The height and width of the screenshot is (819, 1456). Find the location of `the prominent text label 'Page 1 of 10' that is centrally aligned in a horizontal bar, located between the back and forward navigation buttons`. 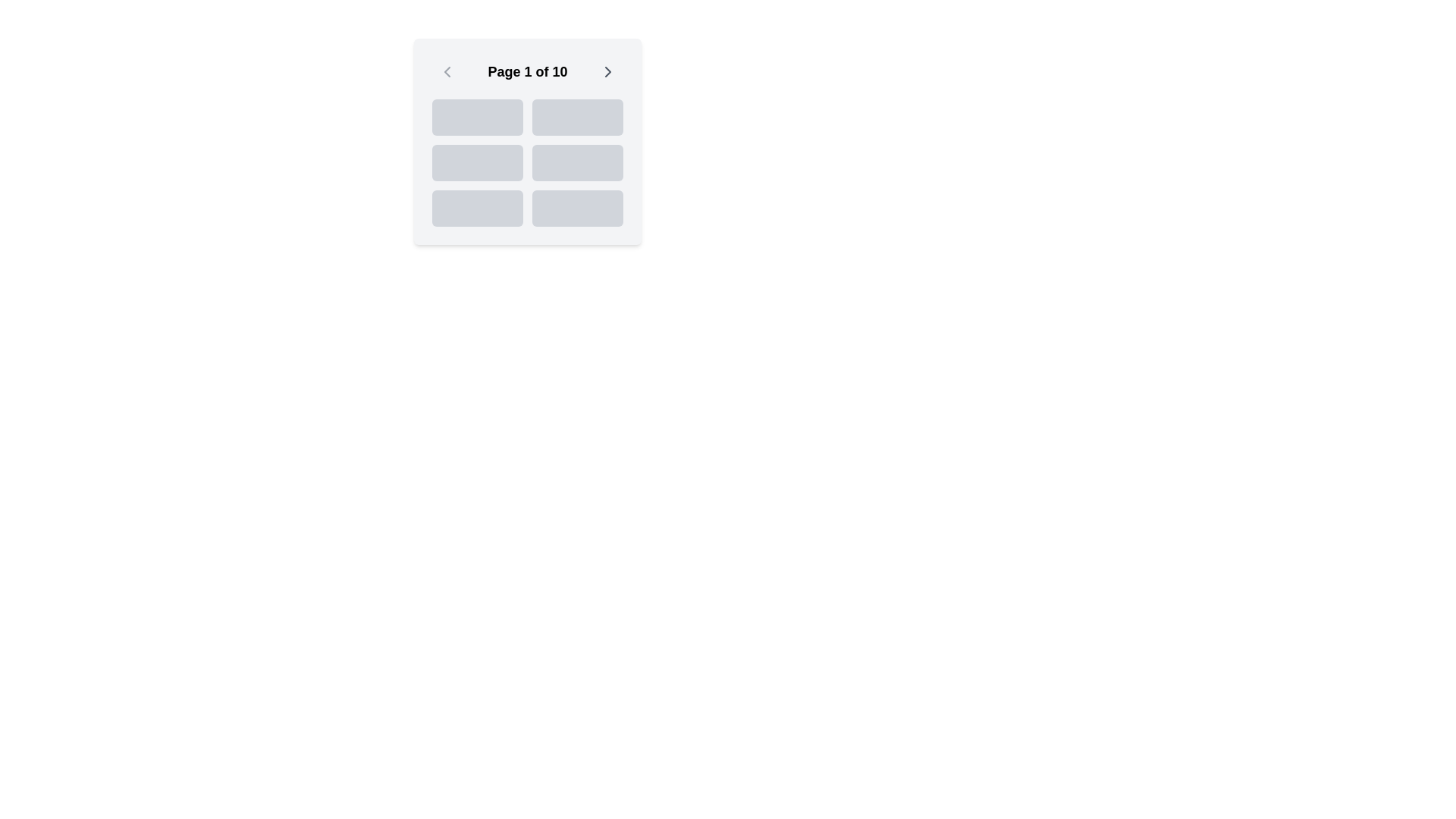

the prominent text label 'Page 1 of 10' that is centrally aligned in a horizontal bar, located between the back and forward navigation buttons is located at coordinates (528, 72).